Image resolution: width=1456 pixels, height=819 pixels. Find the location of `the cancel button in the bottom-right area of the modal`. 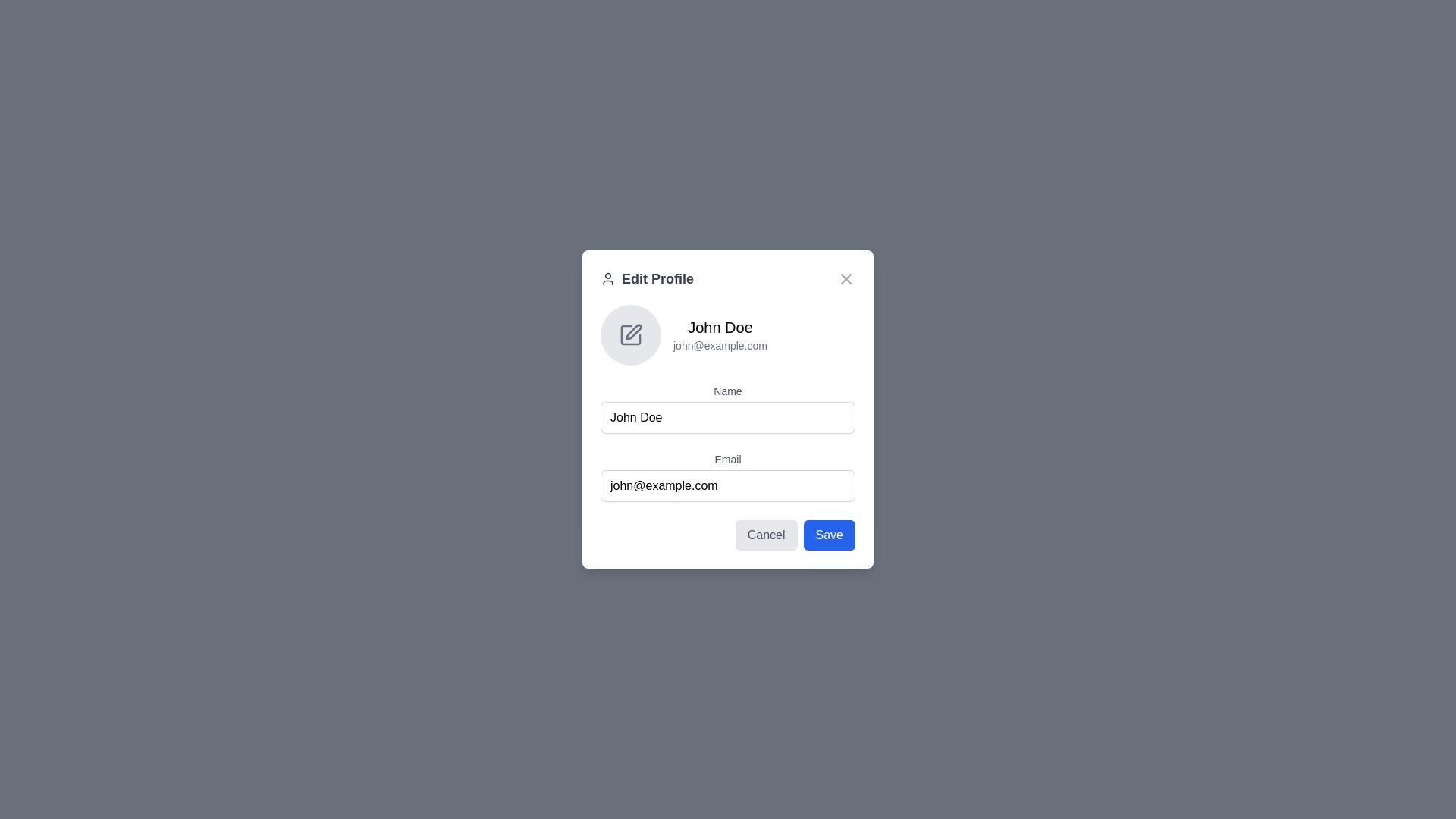

the cancel button in the bottom-right area of the modal is located at coordinates (766, 534).